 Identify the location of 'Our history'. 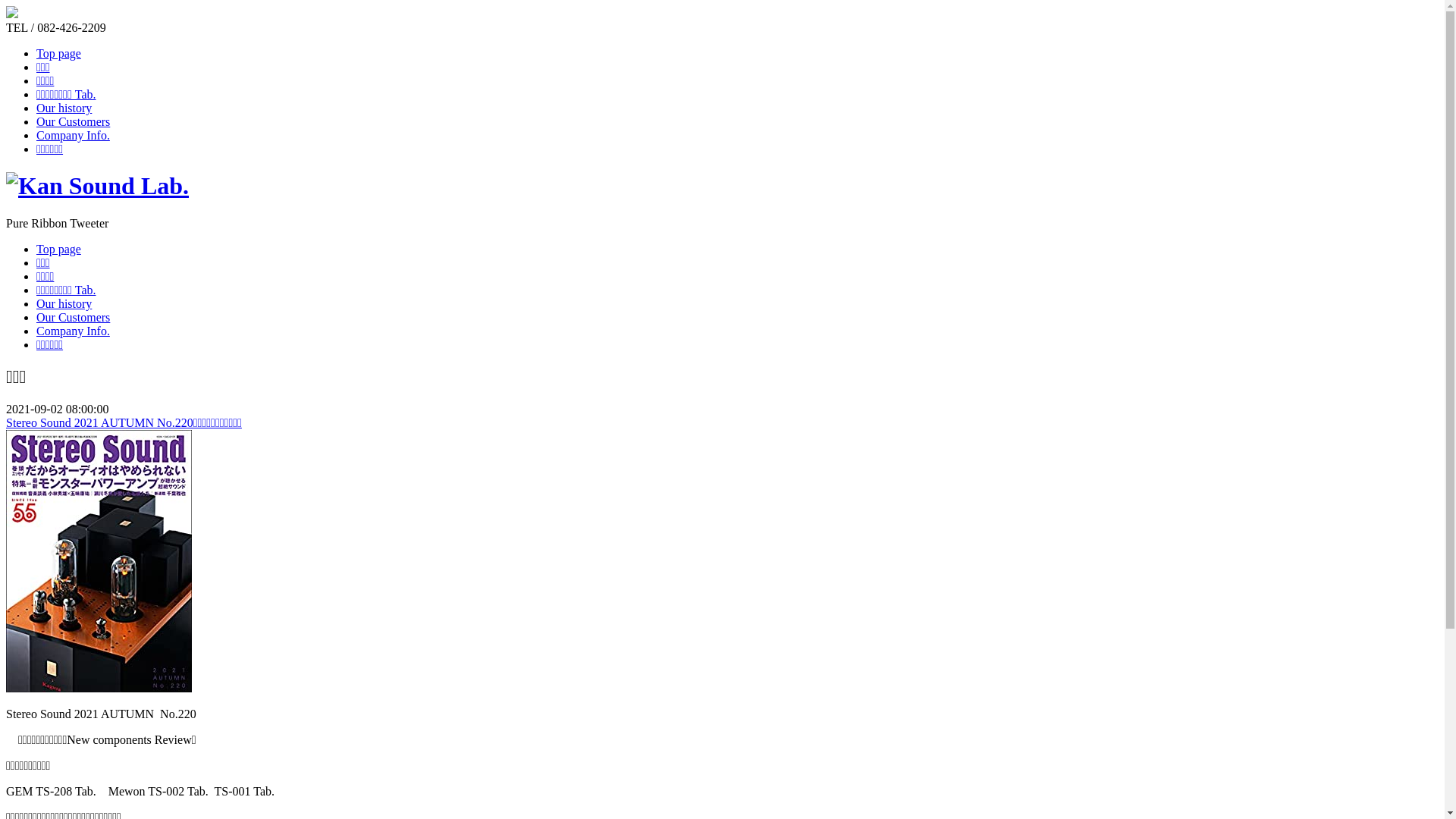
(36, 303).